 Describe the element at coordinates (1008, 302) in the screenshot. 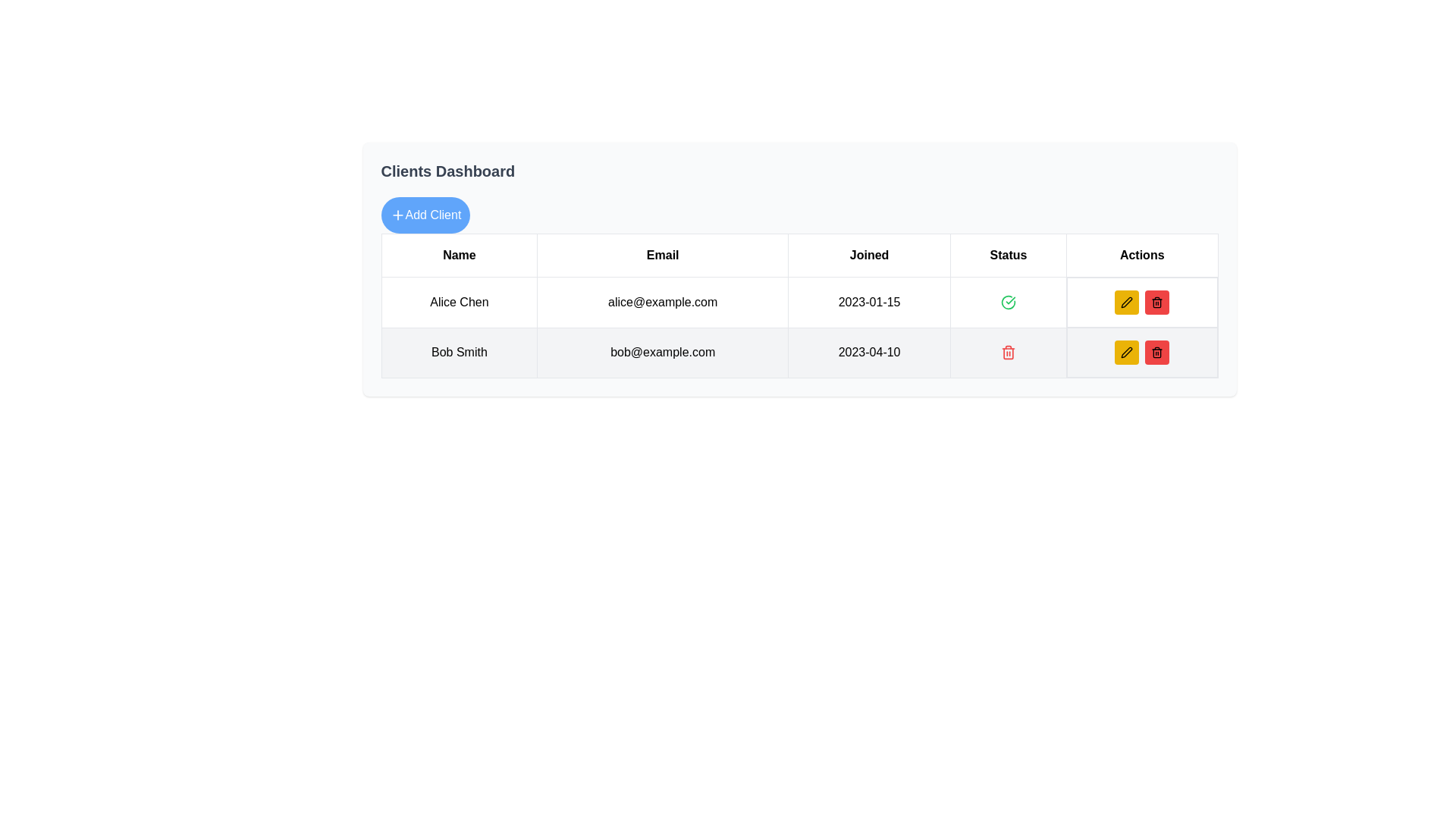

I see `the visual status indicated by the confirmation icon located in the 'Status' column of the first row of the table, which features a green circular border and a checkmark` at that location.